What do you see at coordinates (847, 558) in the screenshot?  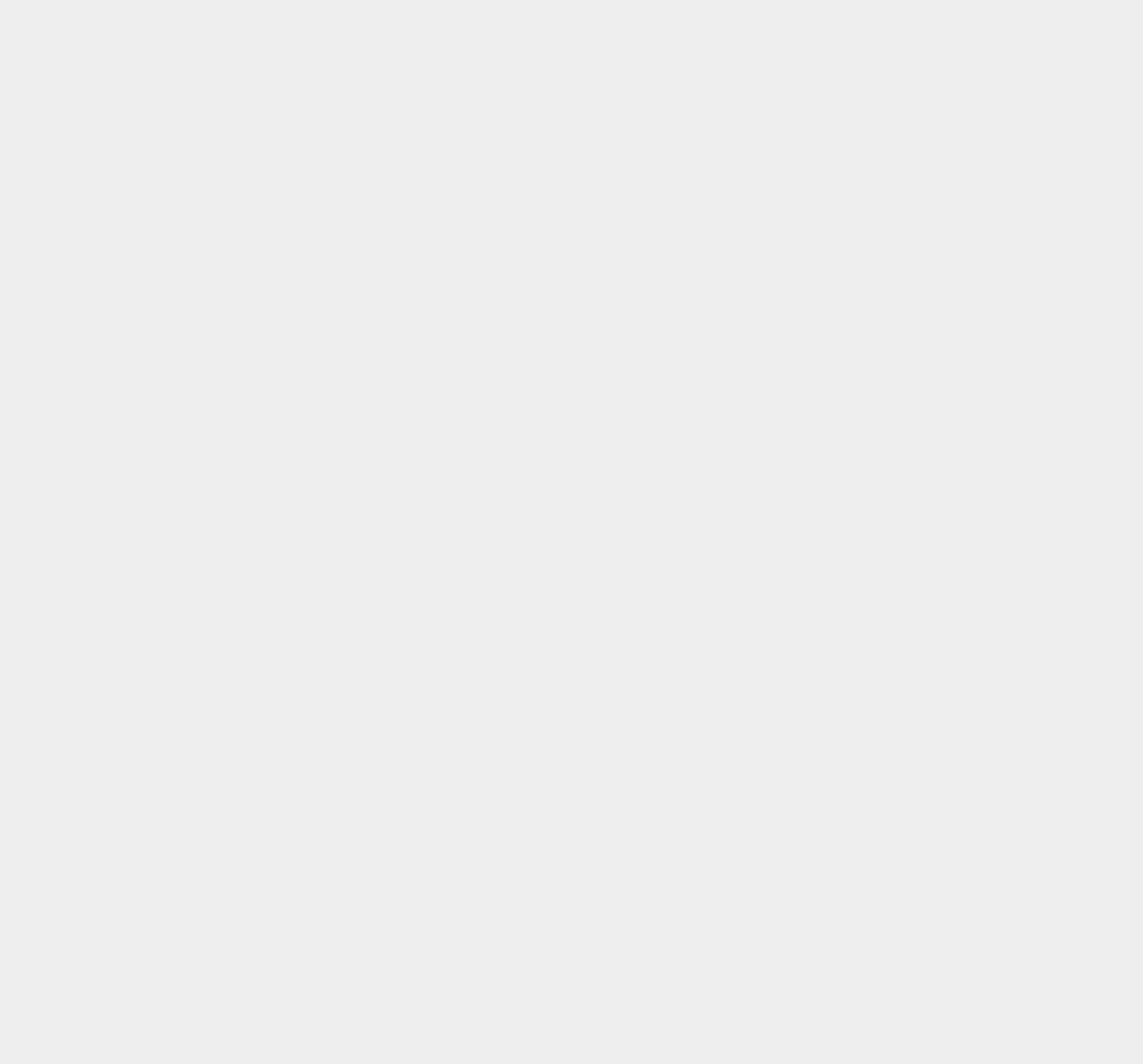 I see `'Android Oreo'` at bounding box center [847, 558].